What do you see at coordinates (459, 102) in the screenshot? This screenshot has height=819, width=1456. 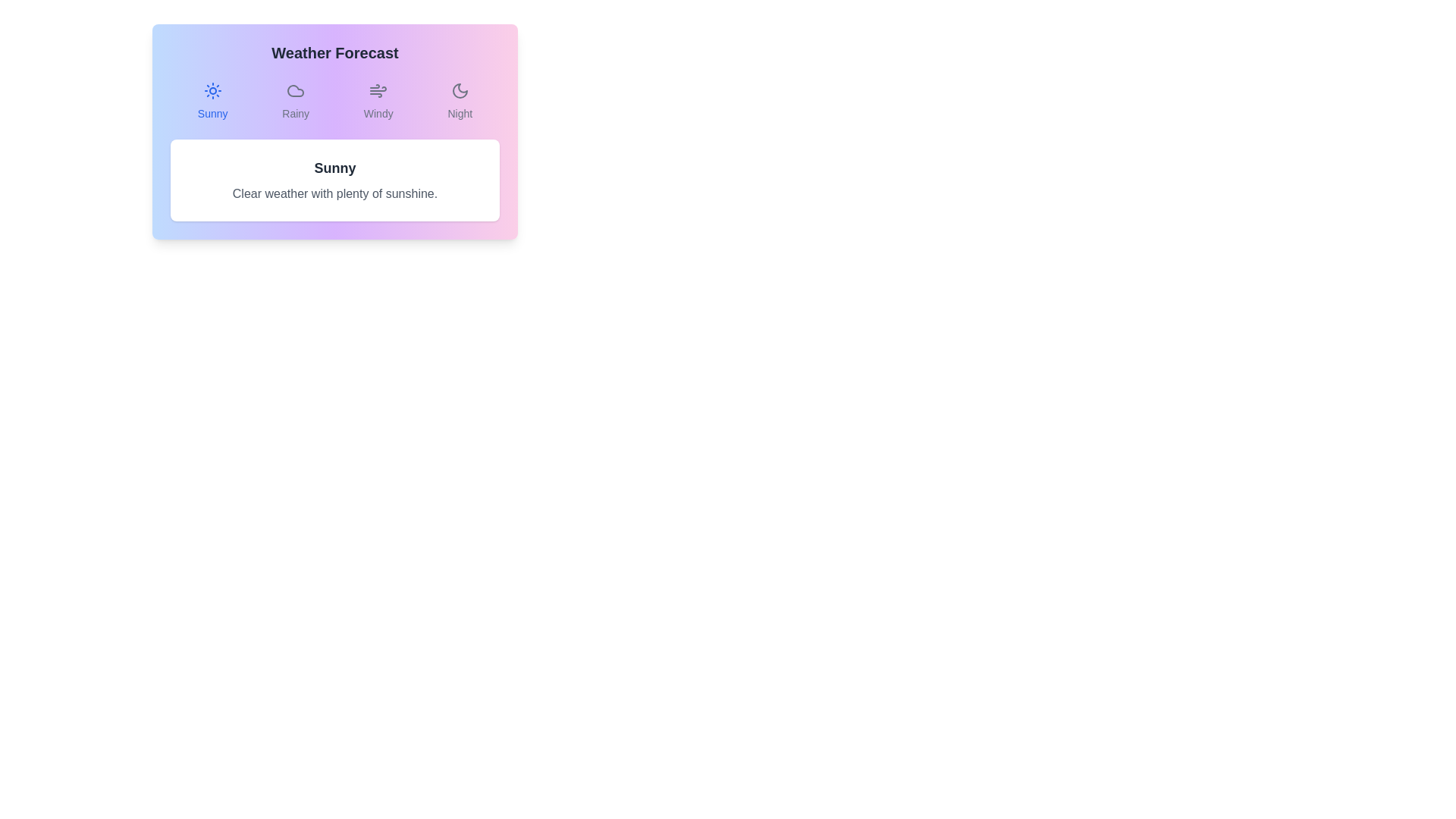 I see `the Night tab by clicking on its button` at bounding box center [459, 102].